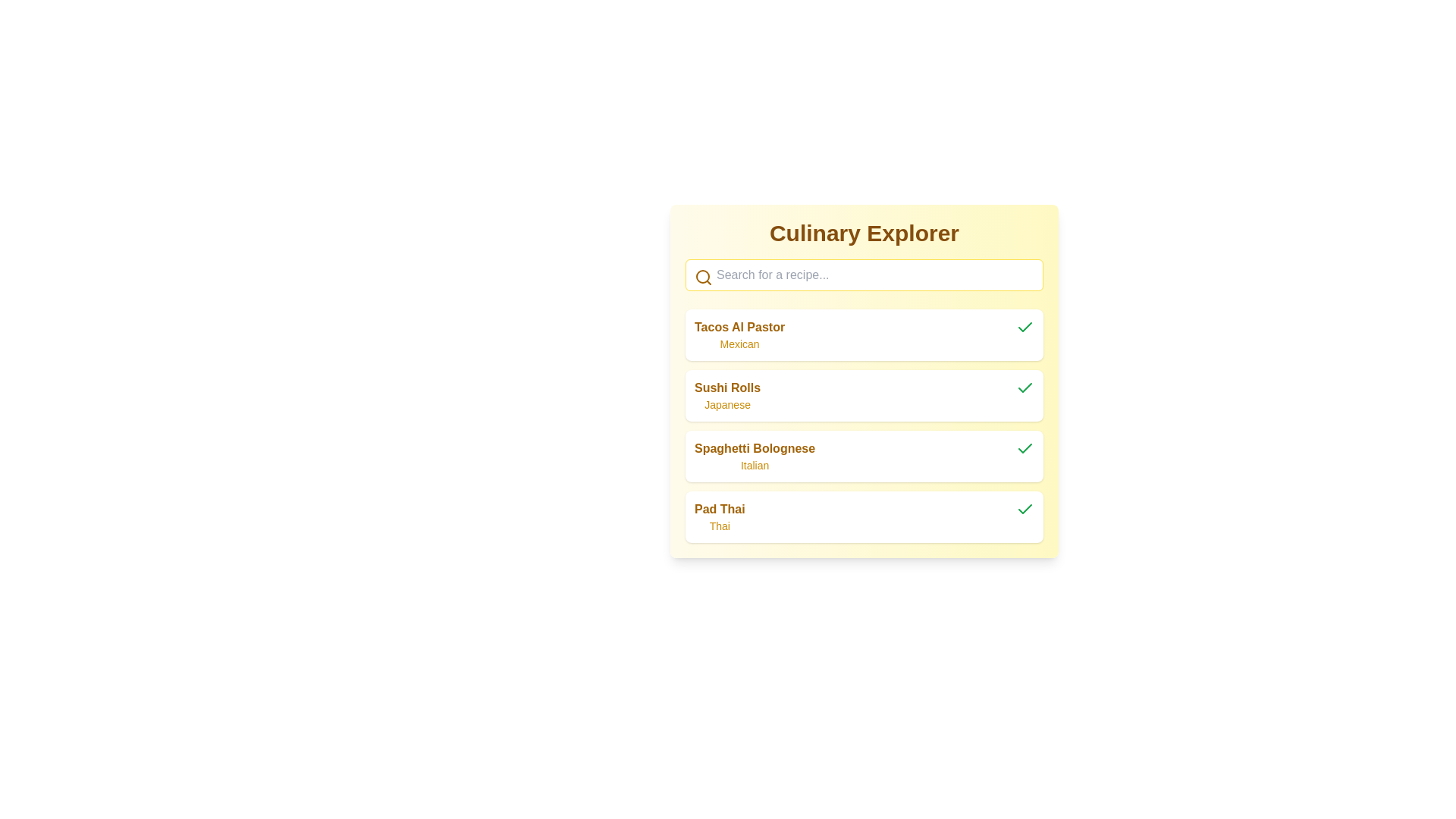 Image resolution: width=1456 pixels, height=819 pixels. I want to click on the text label indicating the type or origin related to the 'Pad Thai' item, which is placed directly below the heading 'Pad Thai' in the lower part of the list, so click(719, 526).